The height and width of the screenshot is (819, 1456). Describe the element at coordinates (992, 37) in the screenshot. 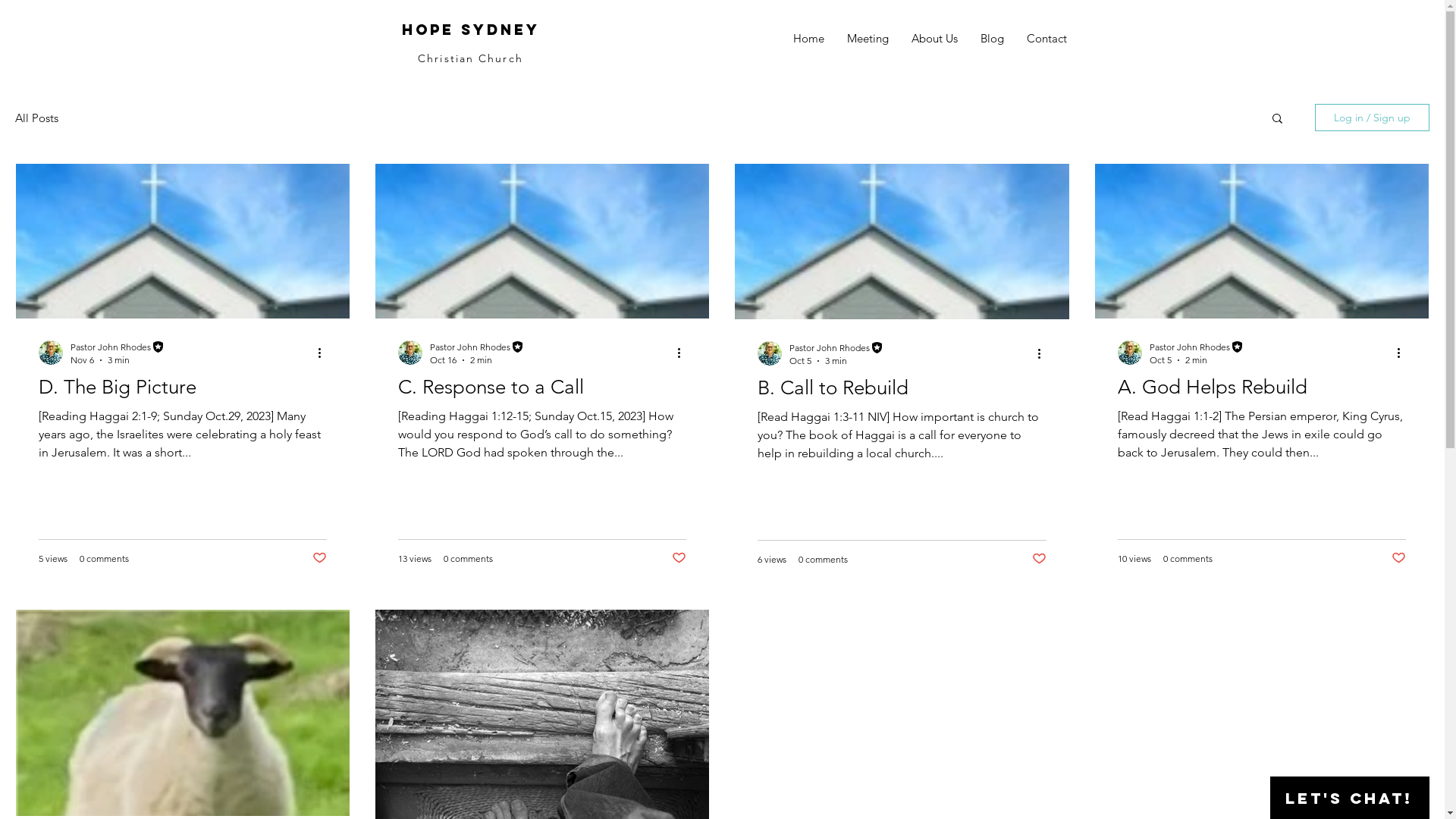

I see `'Blog'` at that location.